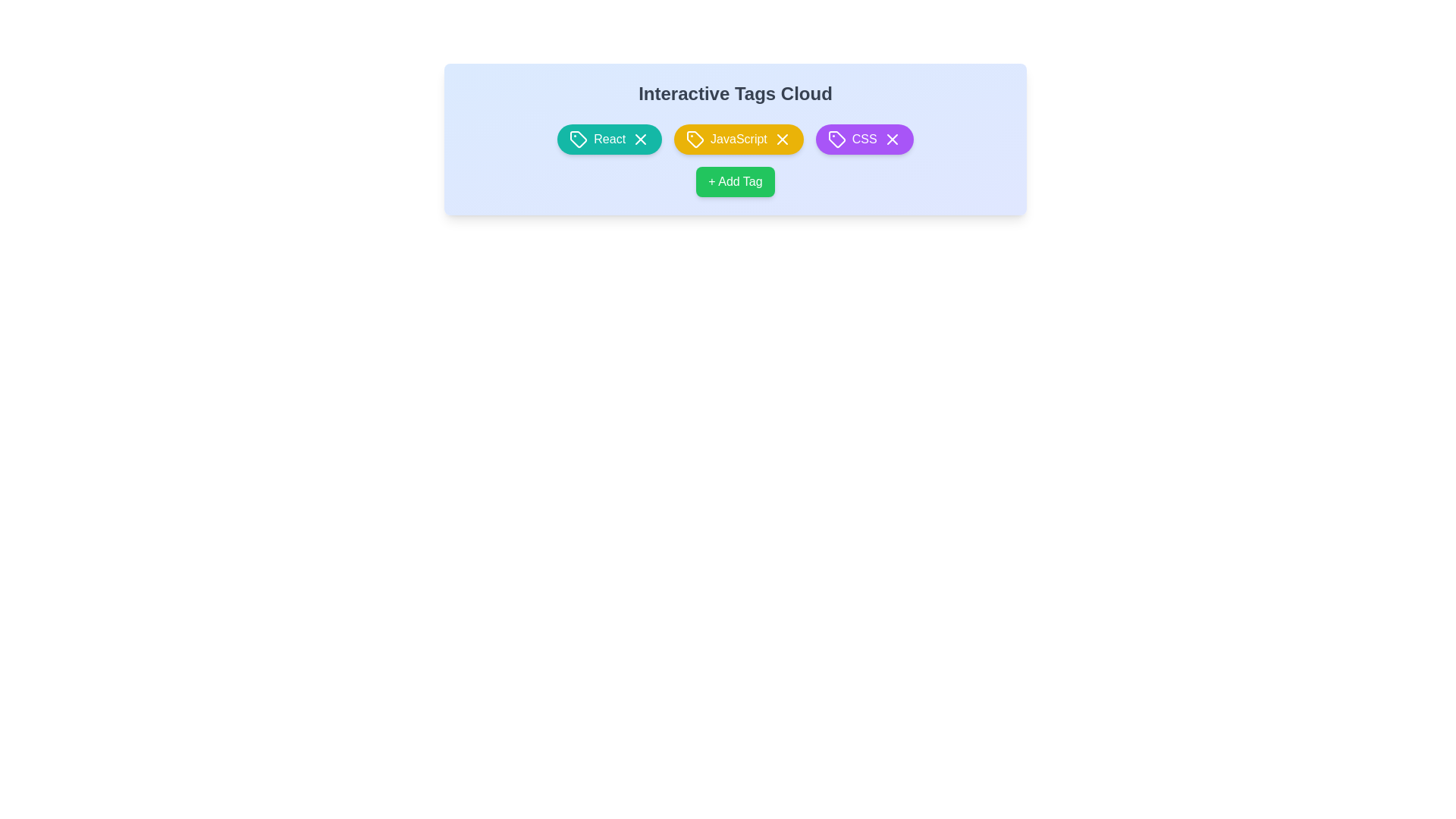 The height and width of the screenshot is (819, 1456). What do you see at coordinates (892, 140) in the screenshot?
I see `the 'X' button of the tag labeled CSS to remove it from the cloud` at bounding box center [892, 140].